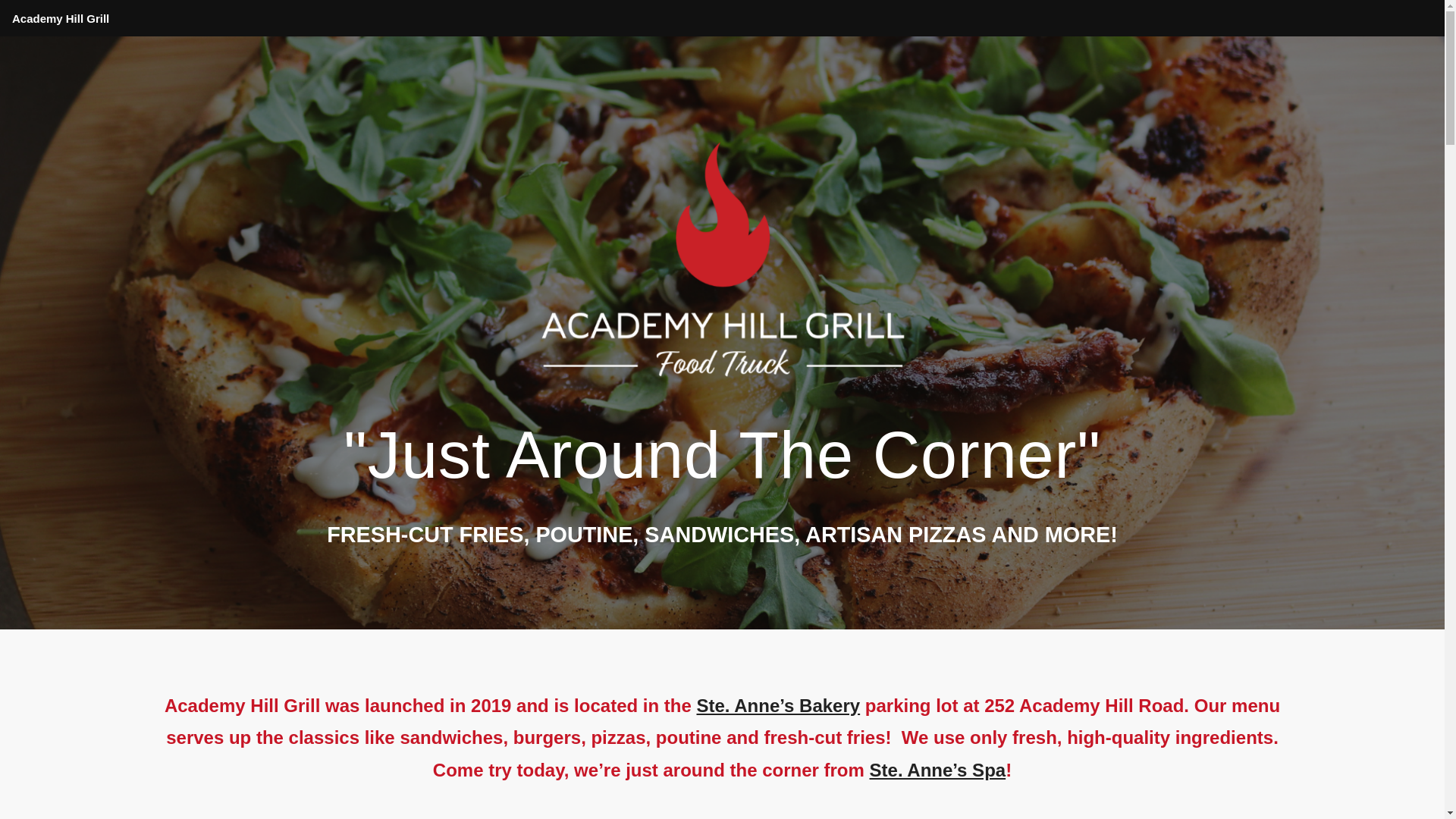  What do you see at coordinates (61, 18) in the screenshot?
I see `'Academy Hill Grill'` at bounding box center [61, 18].